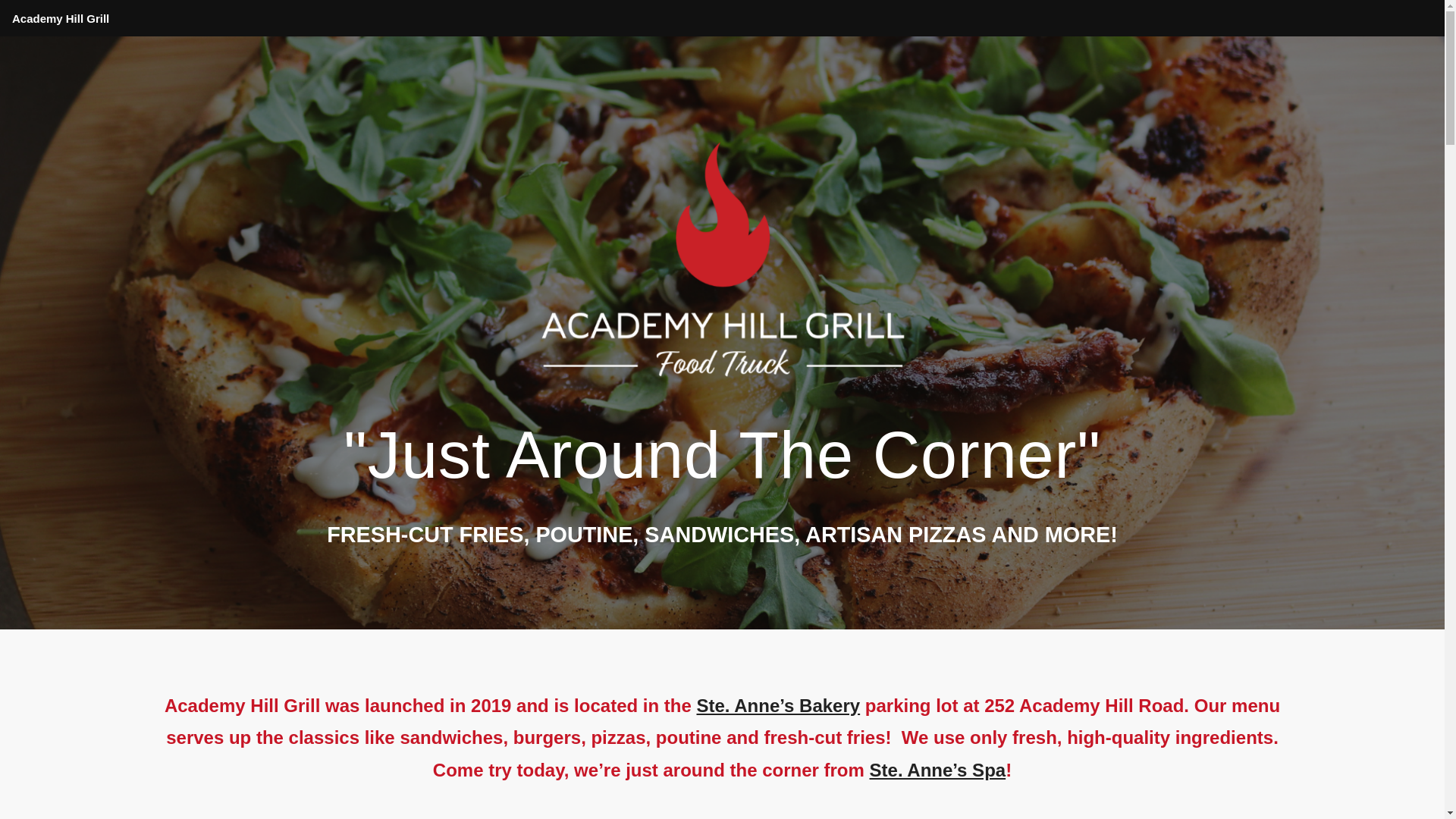  What do you see at coordinates (61, 18) in the screenshot?
I see `'Academy Hill Grill'` at bounding box center [61, 18].